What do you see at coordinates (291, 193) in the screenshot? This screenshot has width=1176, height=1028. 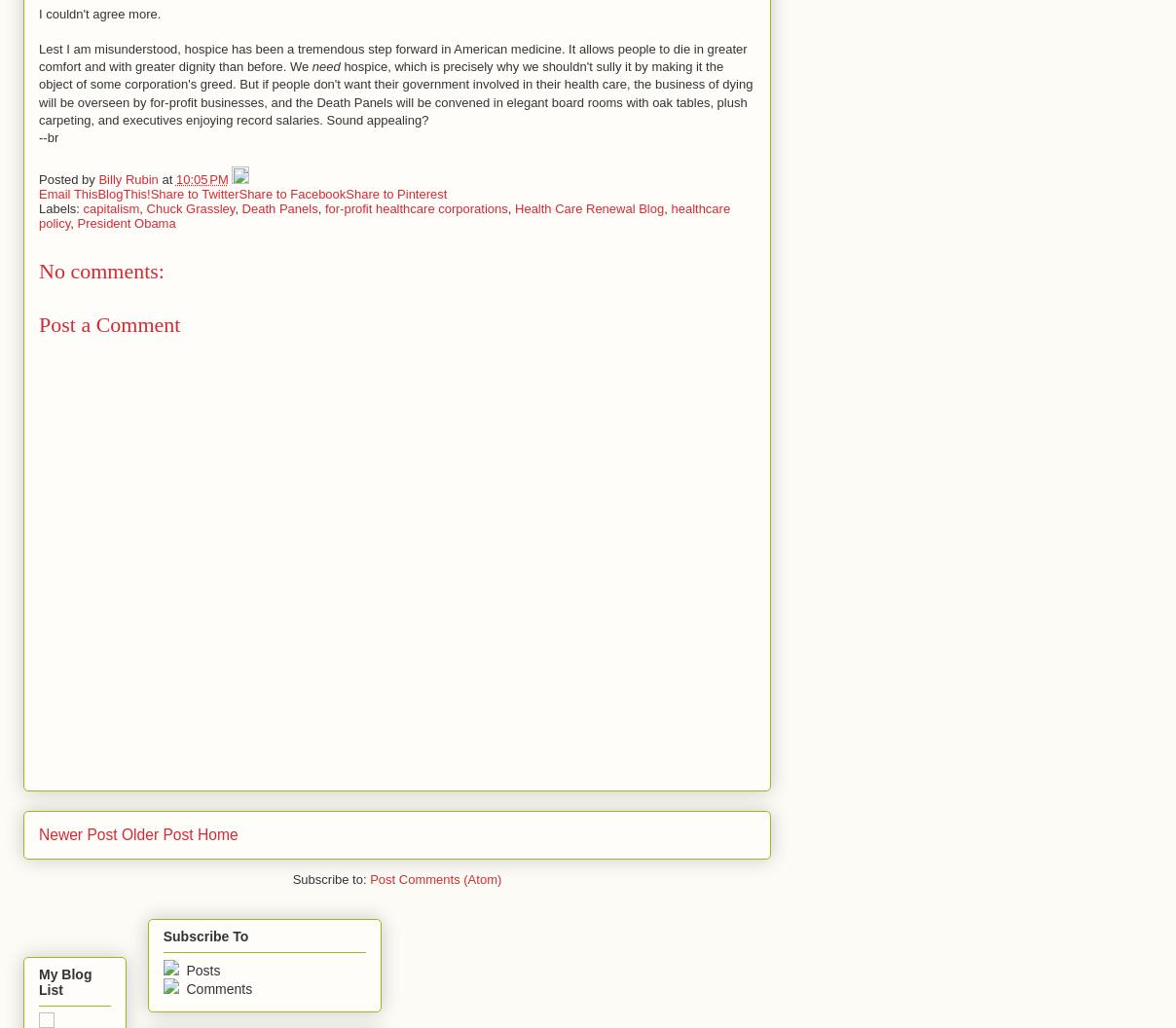 I see `'Share to Facebook'` at bounding box center [291, 193].